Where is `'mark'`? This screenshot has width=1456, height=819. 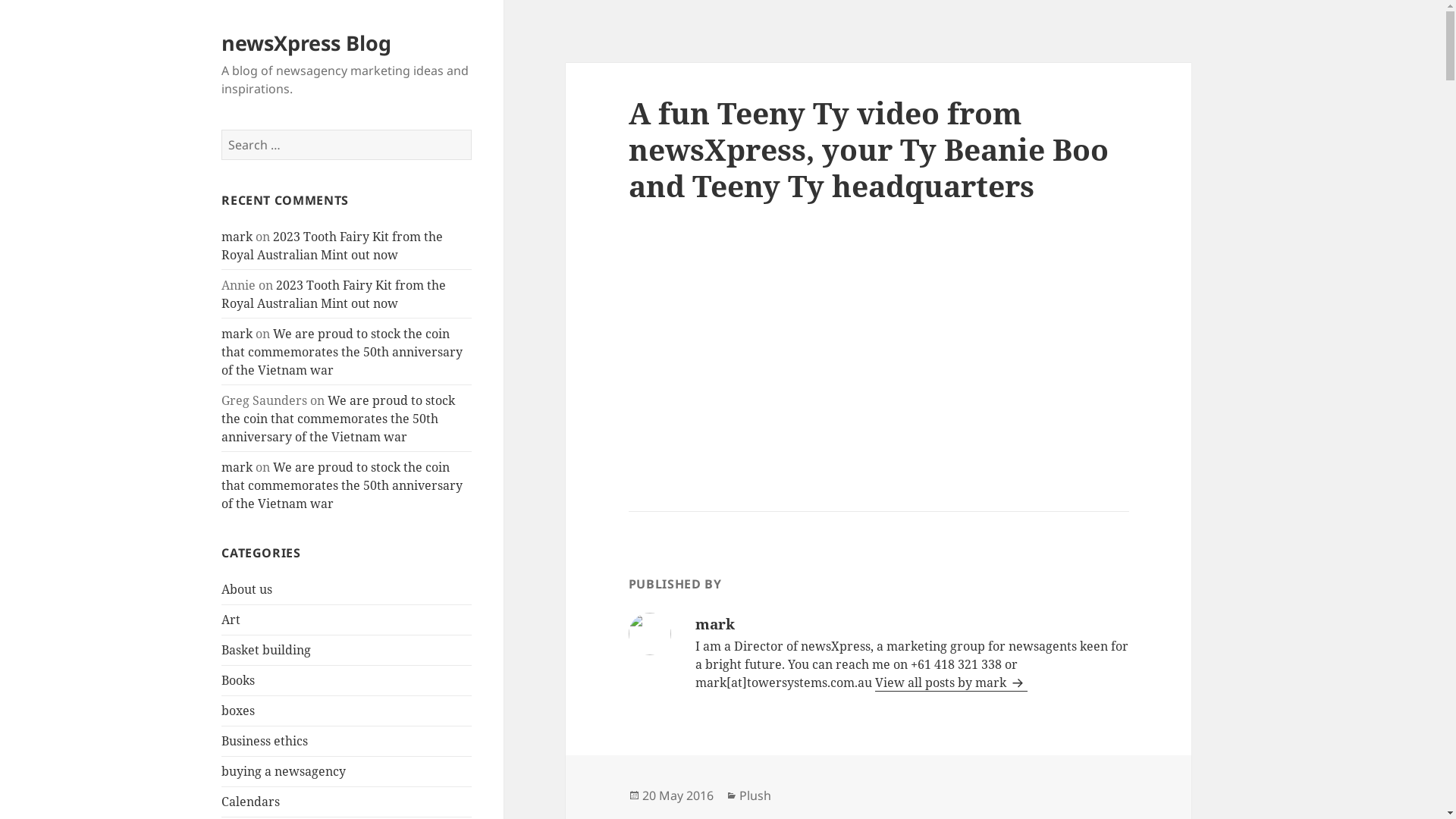
'mark' is located at coordinates (236, 466).